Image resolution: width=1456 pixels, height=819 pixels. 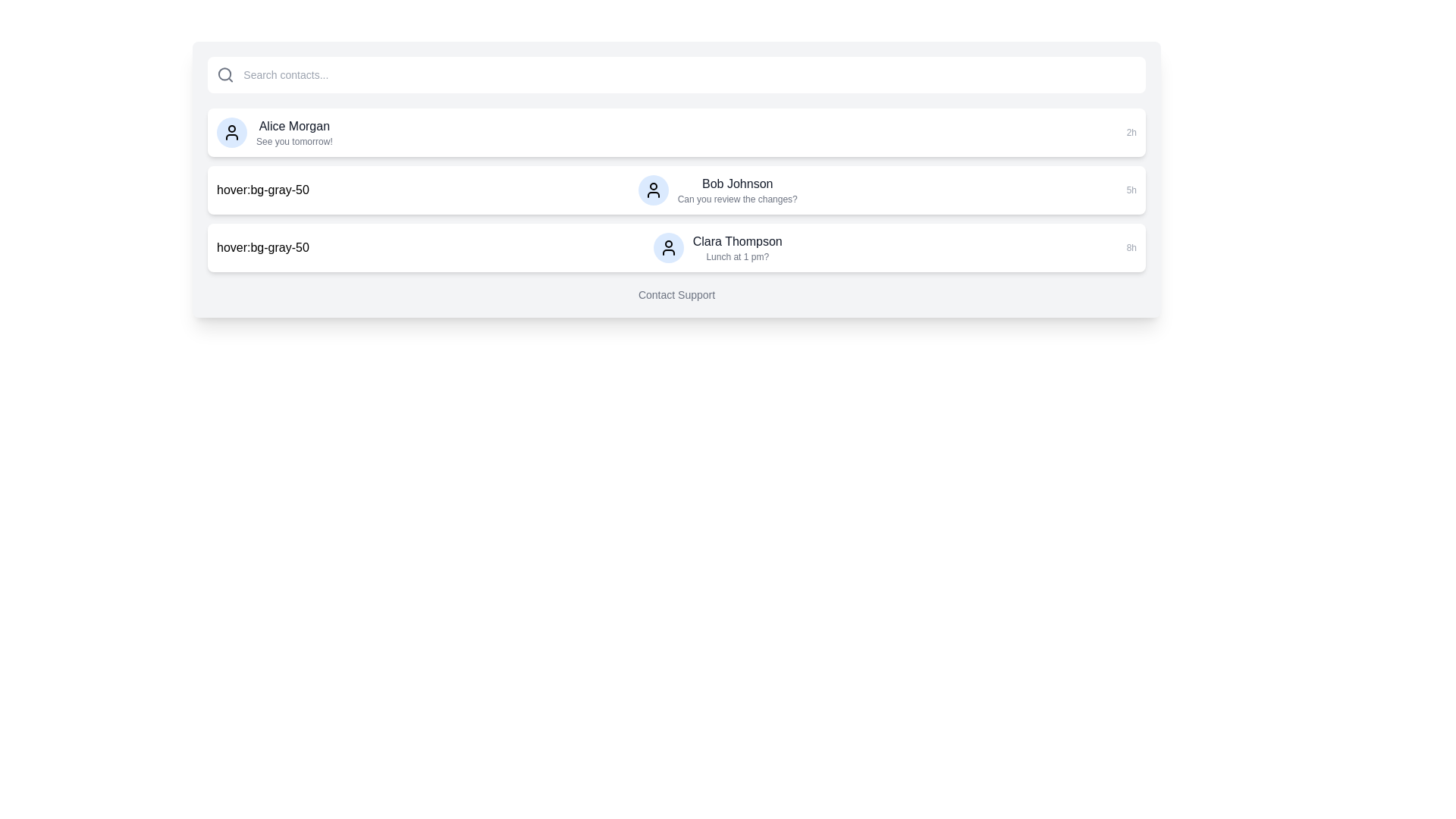 What do you see at coordinates (294, 141) in the screenshot?
I see `text content of the gray-colored text label displaying 'See you tomorrow!', positioned below the larger text 'Alice Morgan'` at bounding box center [294, 141].